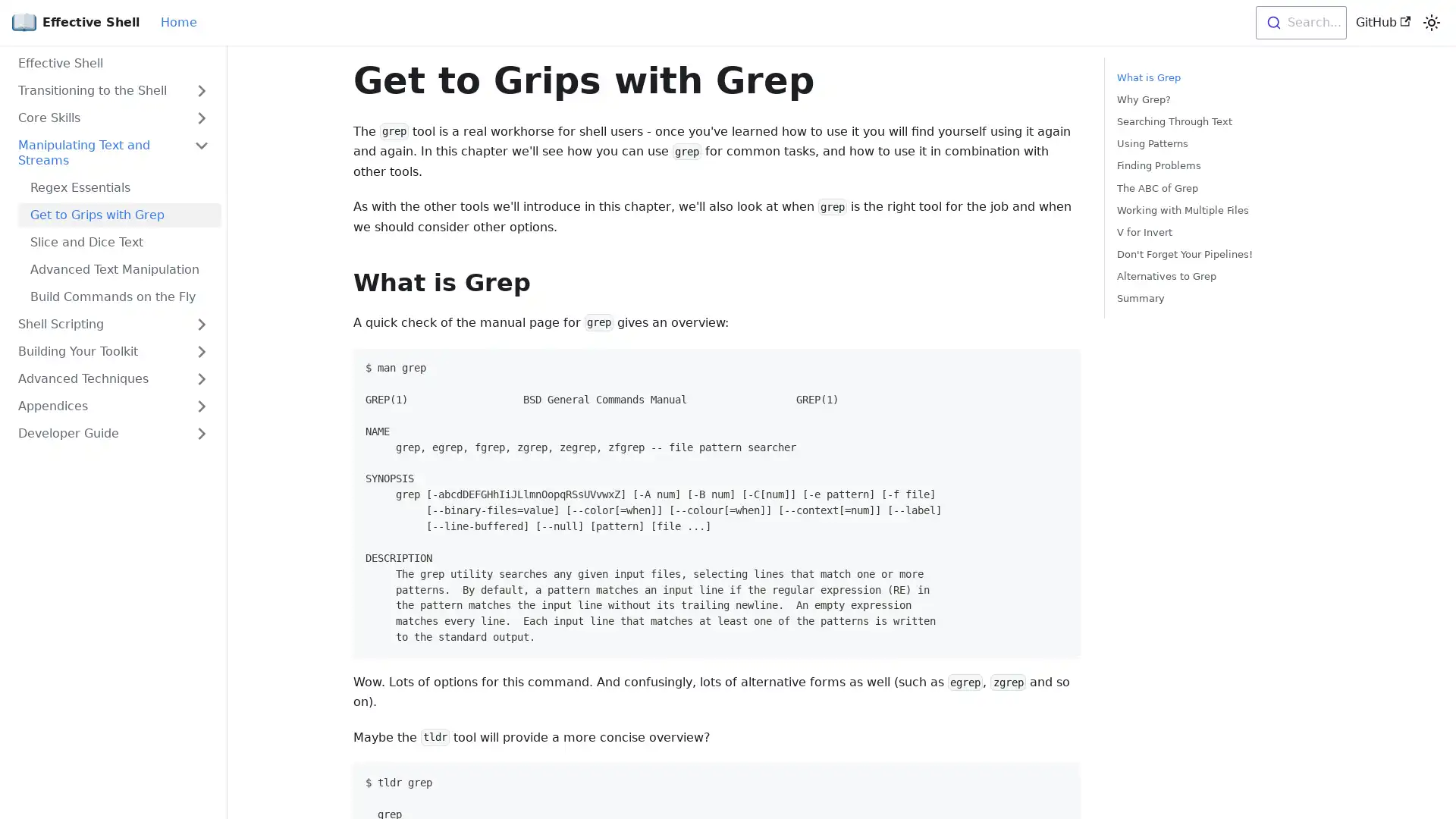 The height and width of the screenshot is (819, 1456). What do you see at coordinates (200, 152) in the screenshot?
I see `Toggle the collapsible sidebar category 'Manipulating Text and Streams'` at bounding box center [200, 152].